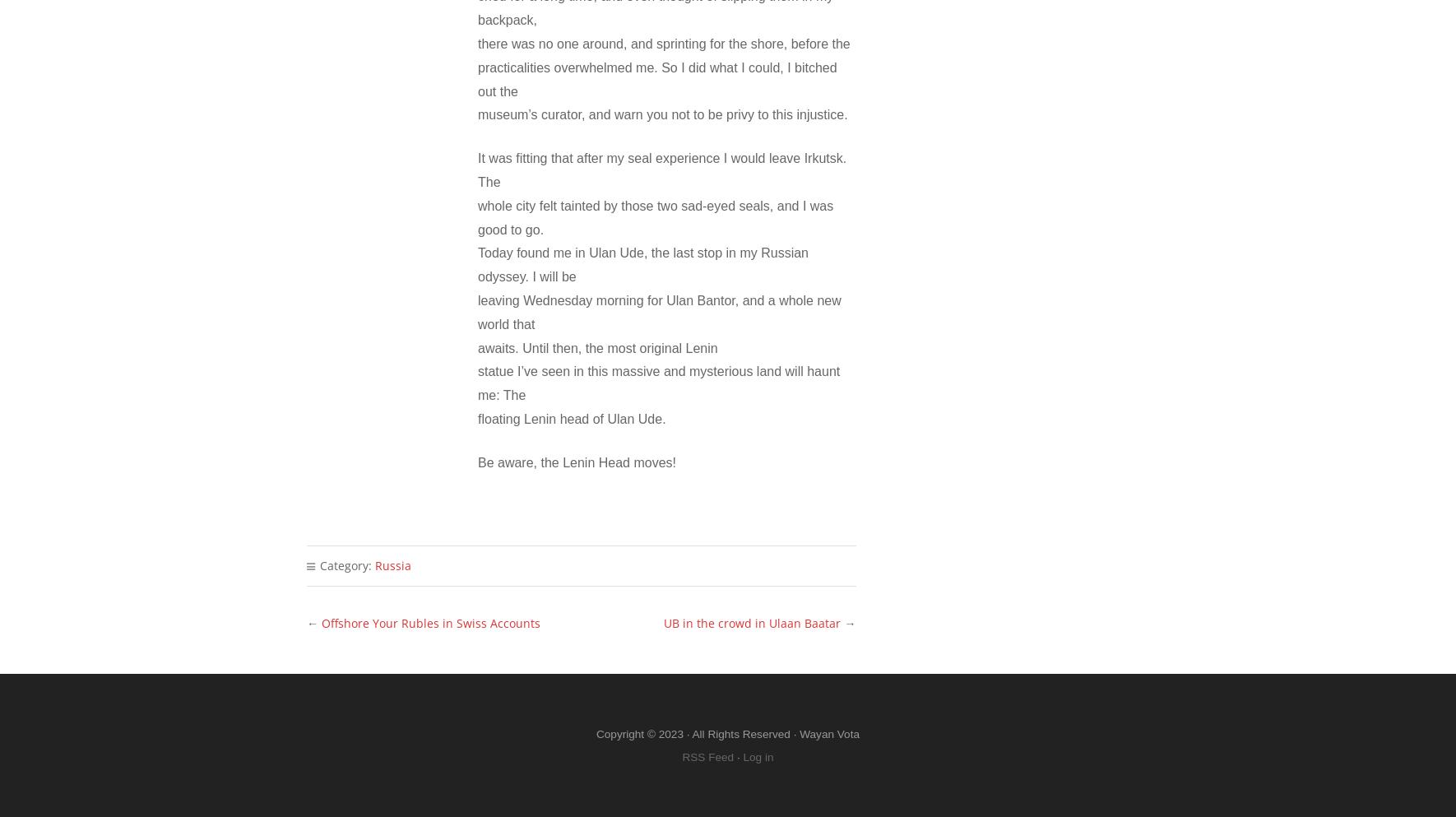 Image resolution: width=1456 pixels, height=817 pixels. Describe the element at coordinates (656, 78) in the screenshot. I see `'practicalities overwhelmed me. So I did what I could, I bitched out the'` at that location.